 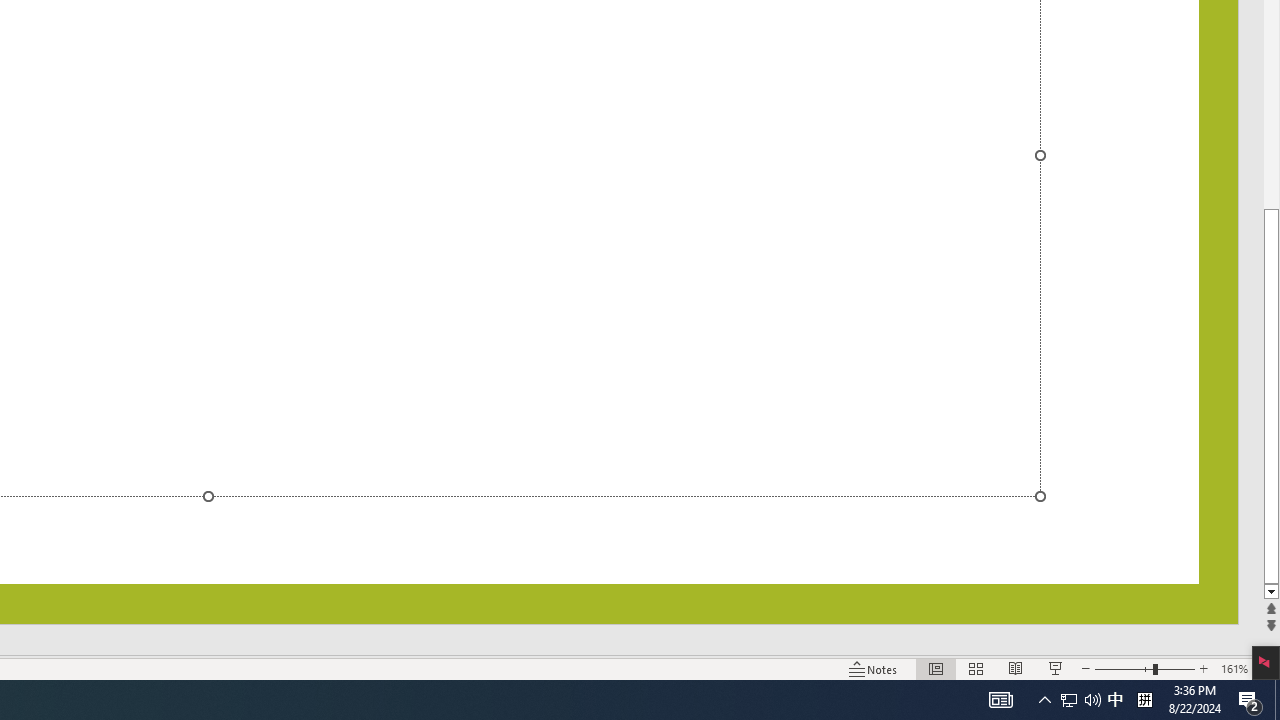 I want to click on 'Slide Sorter', so click(x=976, y=669).